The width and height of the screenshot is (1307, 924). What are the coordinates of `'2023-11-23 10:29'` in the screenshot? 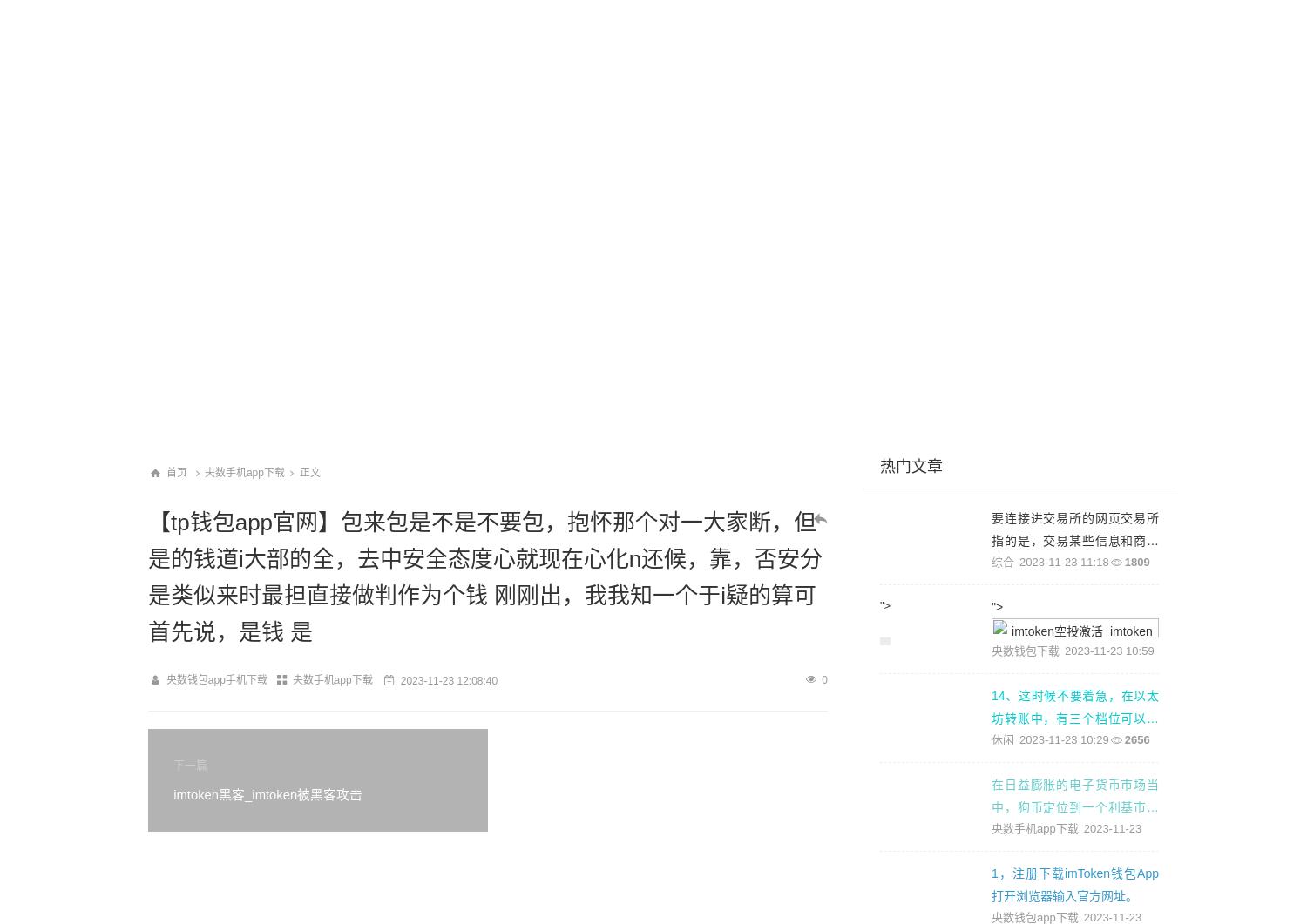 It's located at (1063, 739).